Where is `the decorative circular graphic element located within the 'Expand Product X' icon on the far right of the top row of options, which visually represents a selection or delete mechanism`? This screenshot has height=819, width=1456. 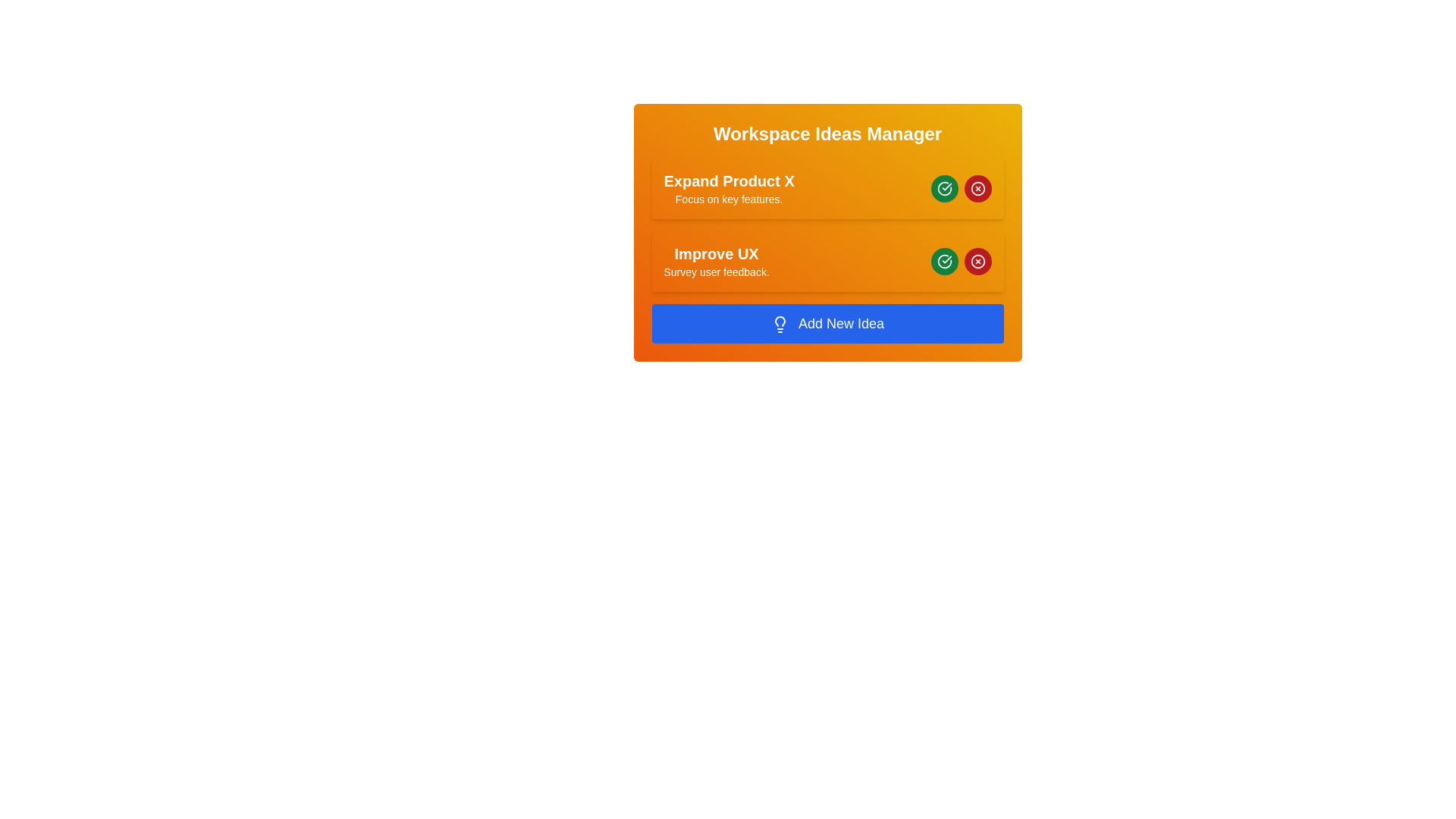
the decorative circular graphic element located within the 'Expand Product X' icon on the far right of the top row of options, which visually represents a selection or delete mechanism is located at coordinates (977, 188).